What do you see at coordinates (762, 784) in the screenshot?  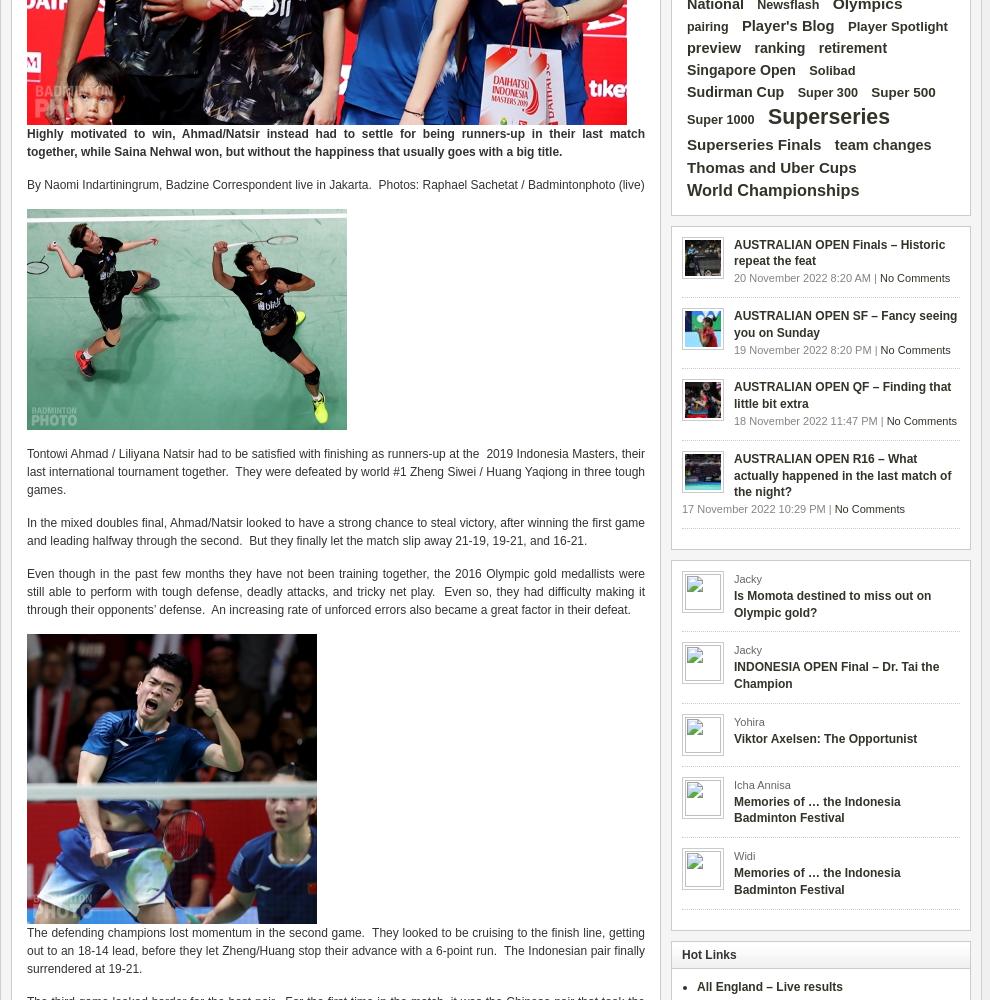 I see `'Icha Annisa'` at bounding box center [762, 784].